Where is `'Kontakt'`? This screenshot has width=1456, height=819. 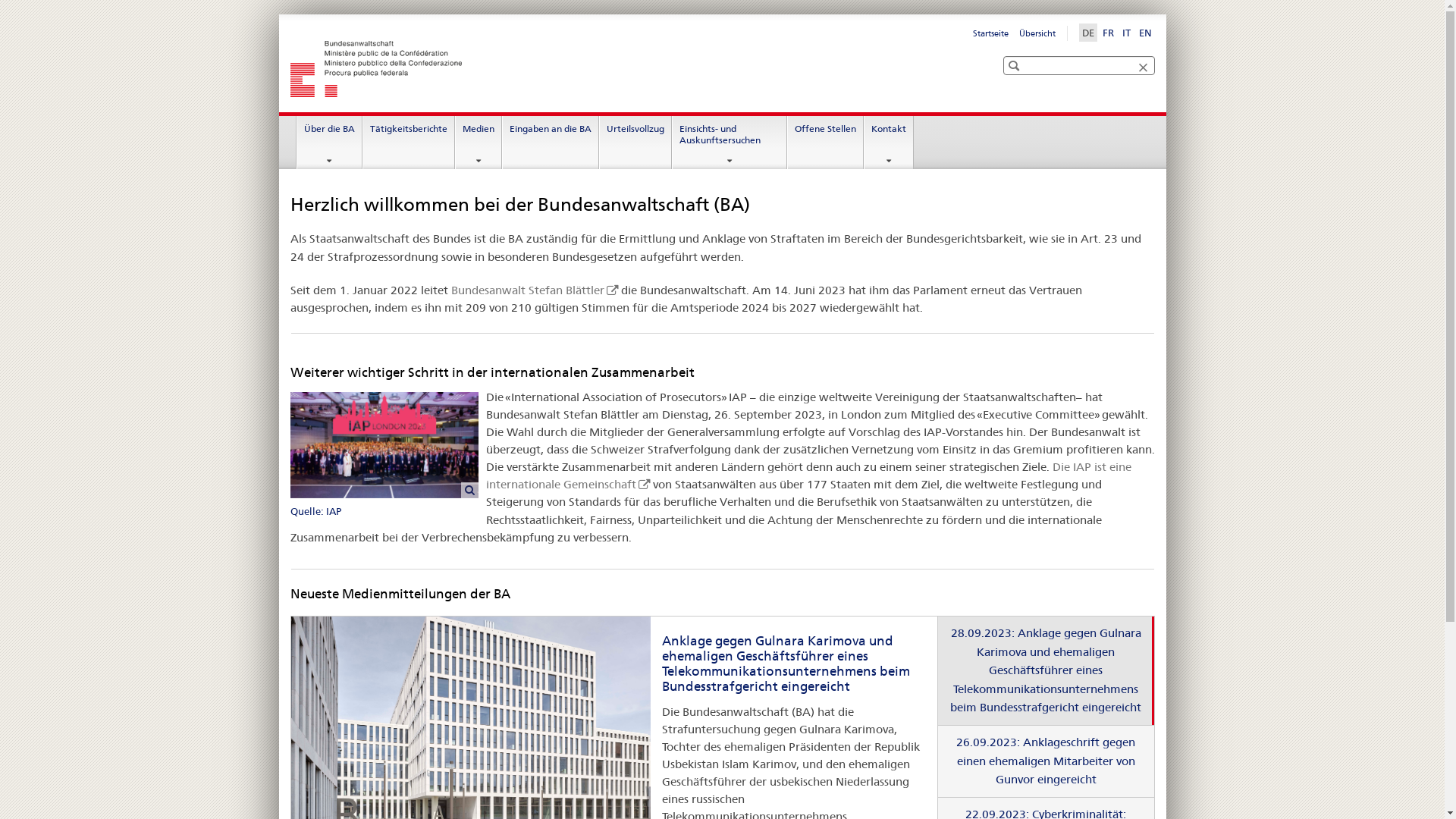
'Kontakt' is located at coordinates (888, 143).